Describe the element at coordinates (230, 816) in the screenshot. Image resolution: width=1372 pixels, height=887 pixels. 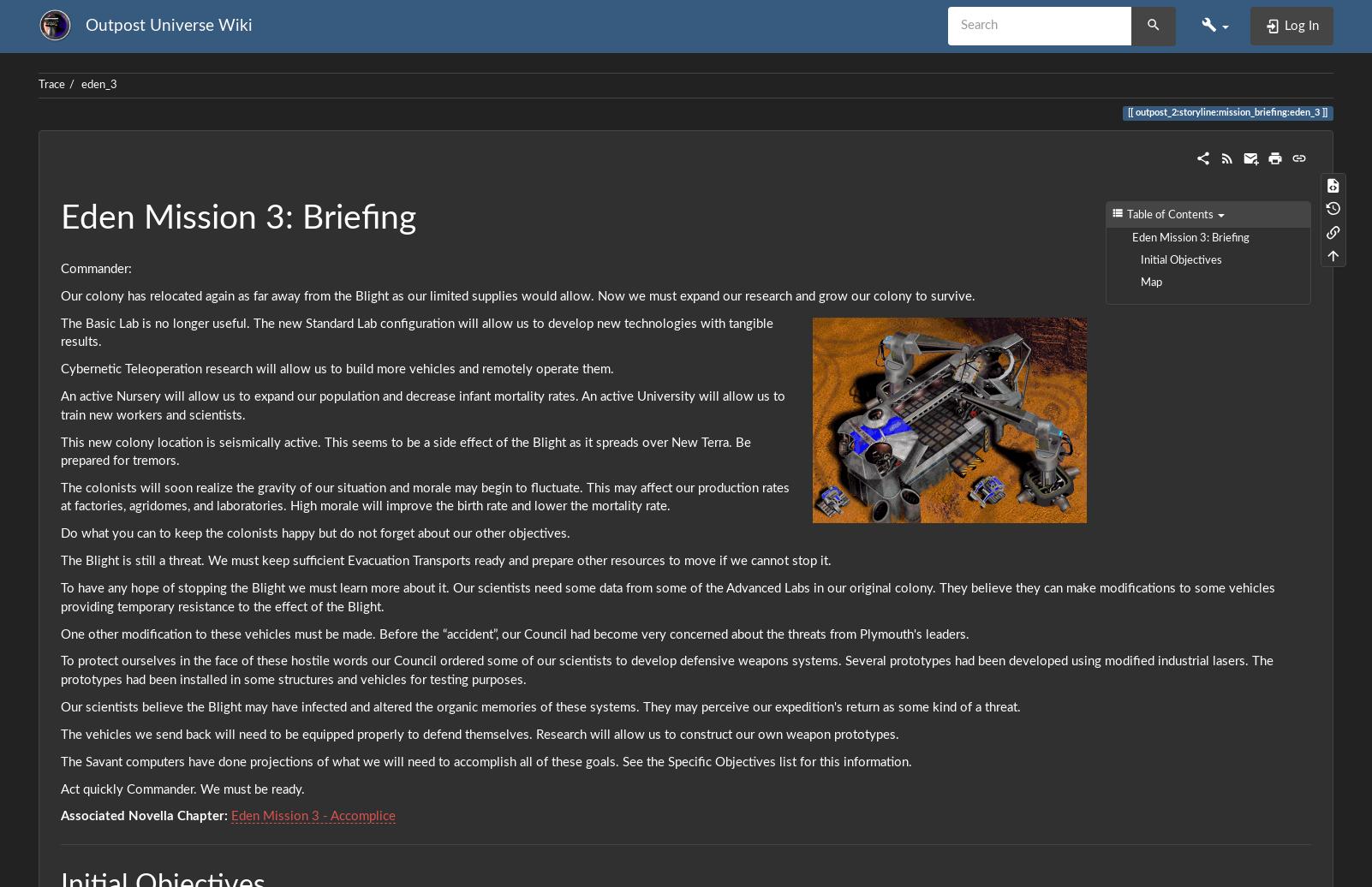
I see `'Eden Mission 3 - Accomplice'` at that location.